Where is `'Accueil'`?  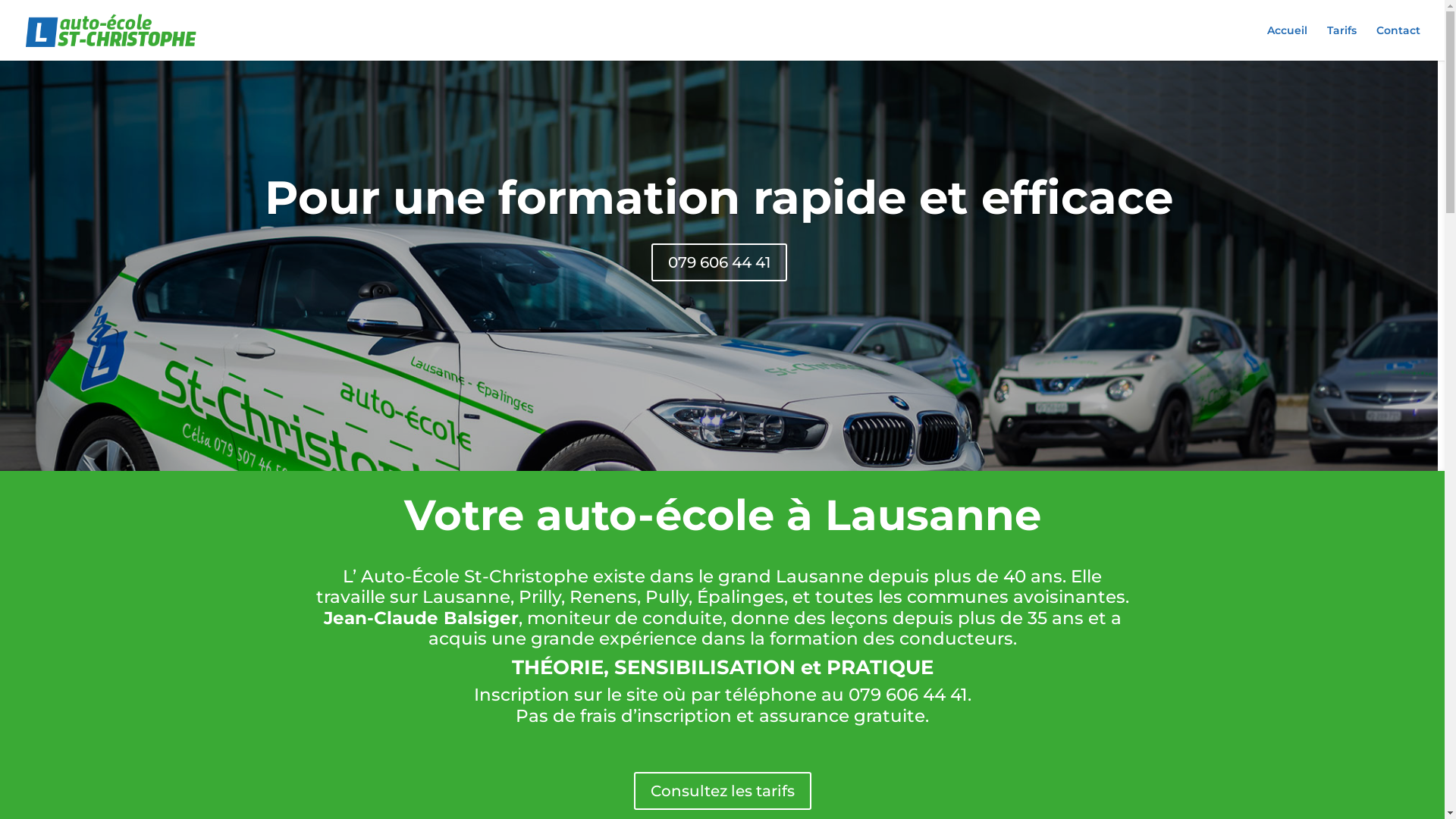
'Accueil' is located at coordinates (1266, 42).